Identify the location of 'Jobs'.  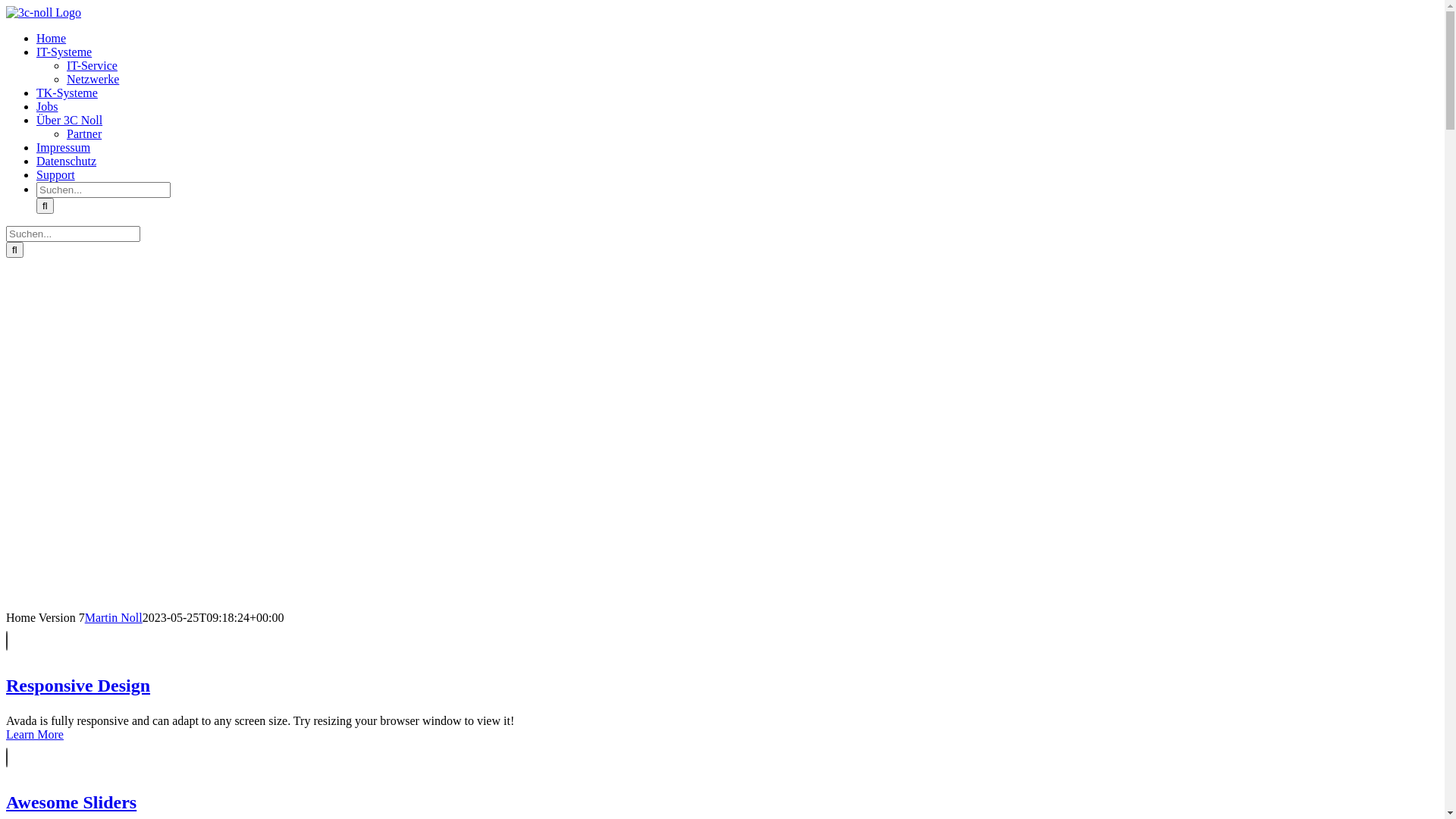
(47, 105).